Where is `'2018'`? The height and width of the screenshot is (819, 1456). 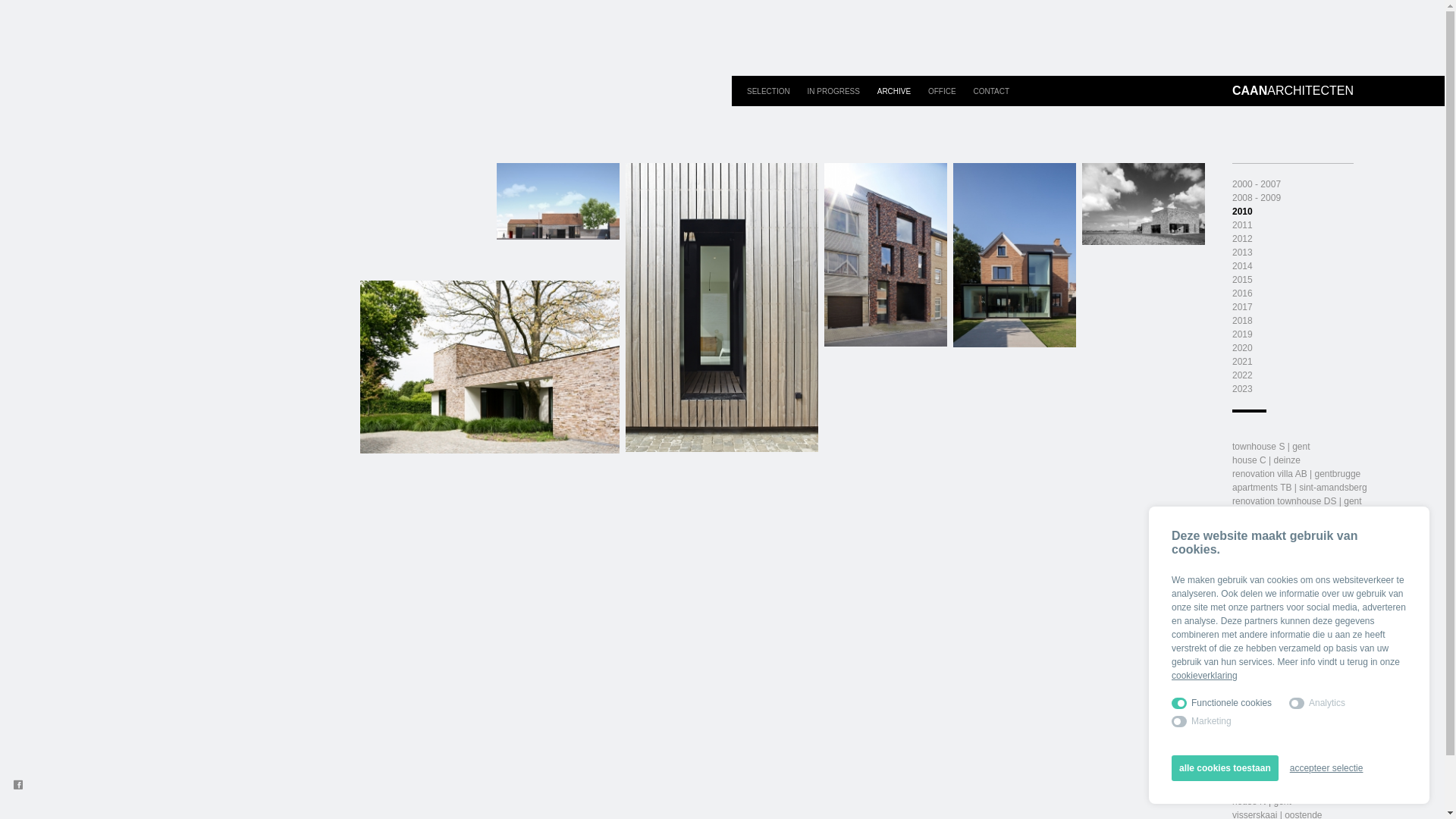 '2018' is located at coordinates (1242, 320).